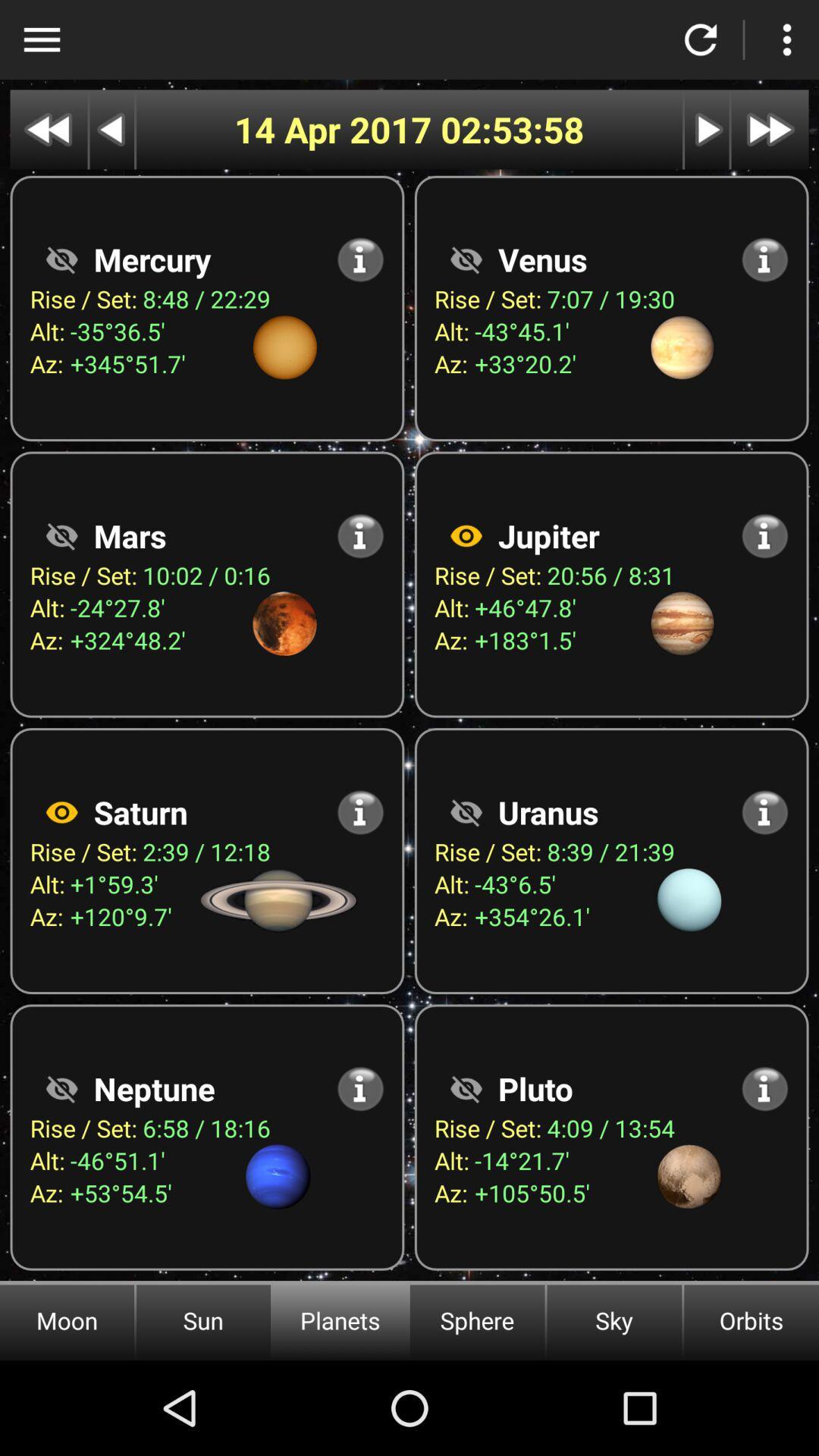 This screenshot has width=819, height=1456. I want to click on app next to the 02:53:58, so click(337, 130).